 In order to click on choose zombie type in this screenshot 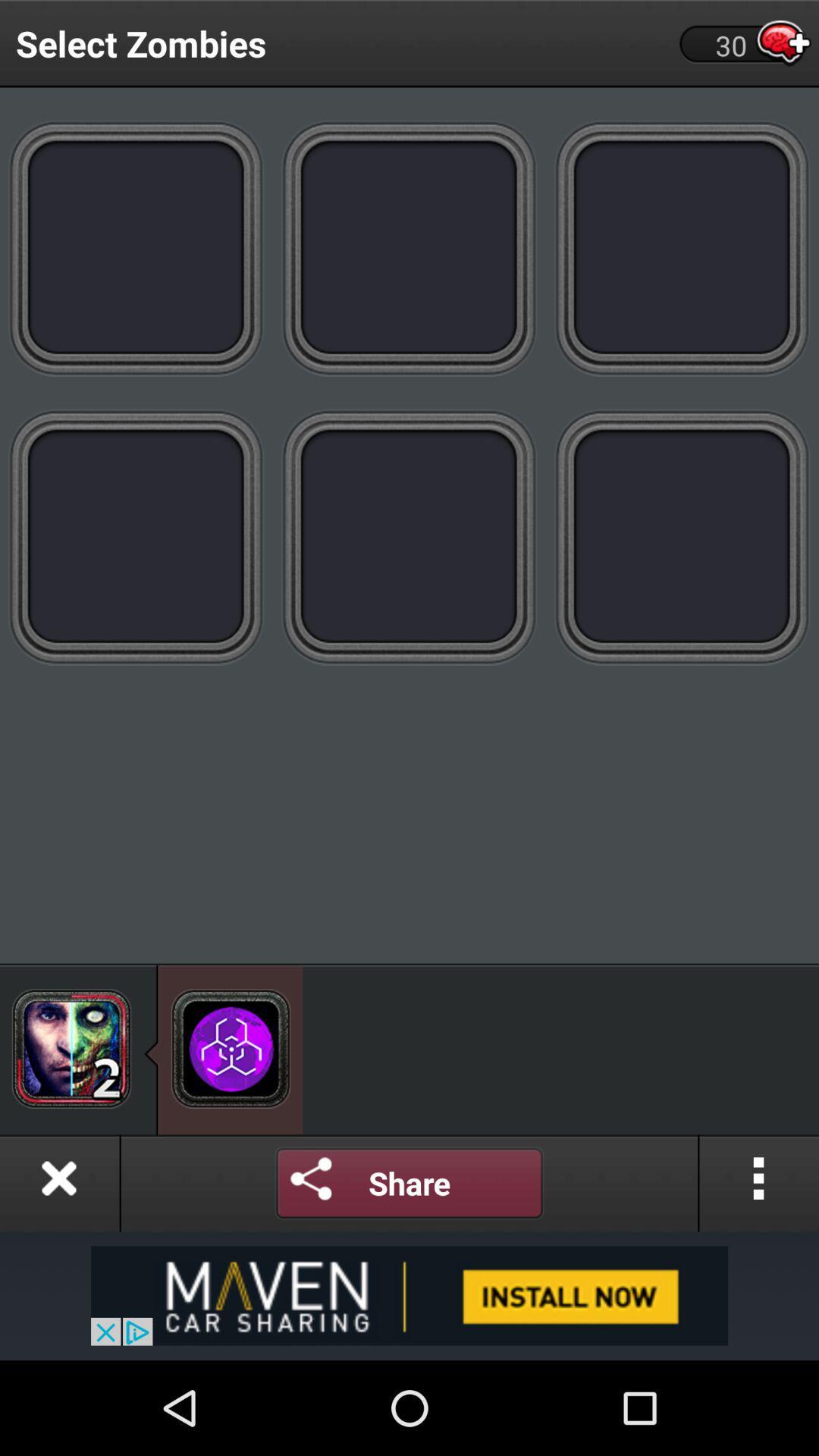, I will do `click(136, 247)`.